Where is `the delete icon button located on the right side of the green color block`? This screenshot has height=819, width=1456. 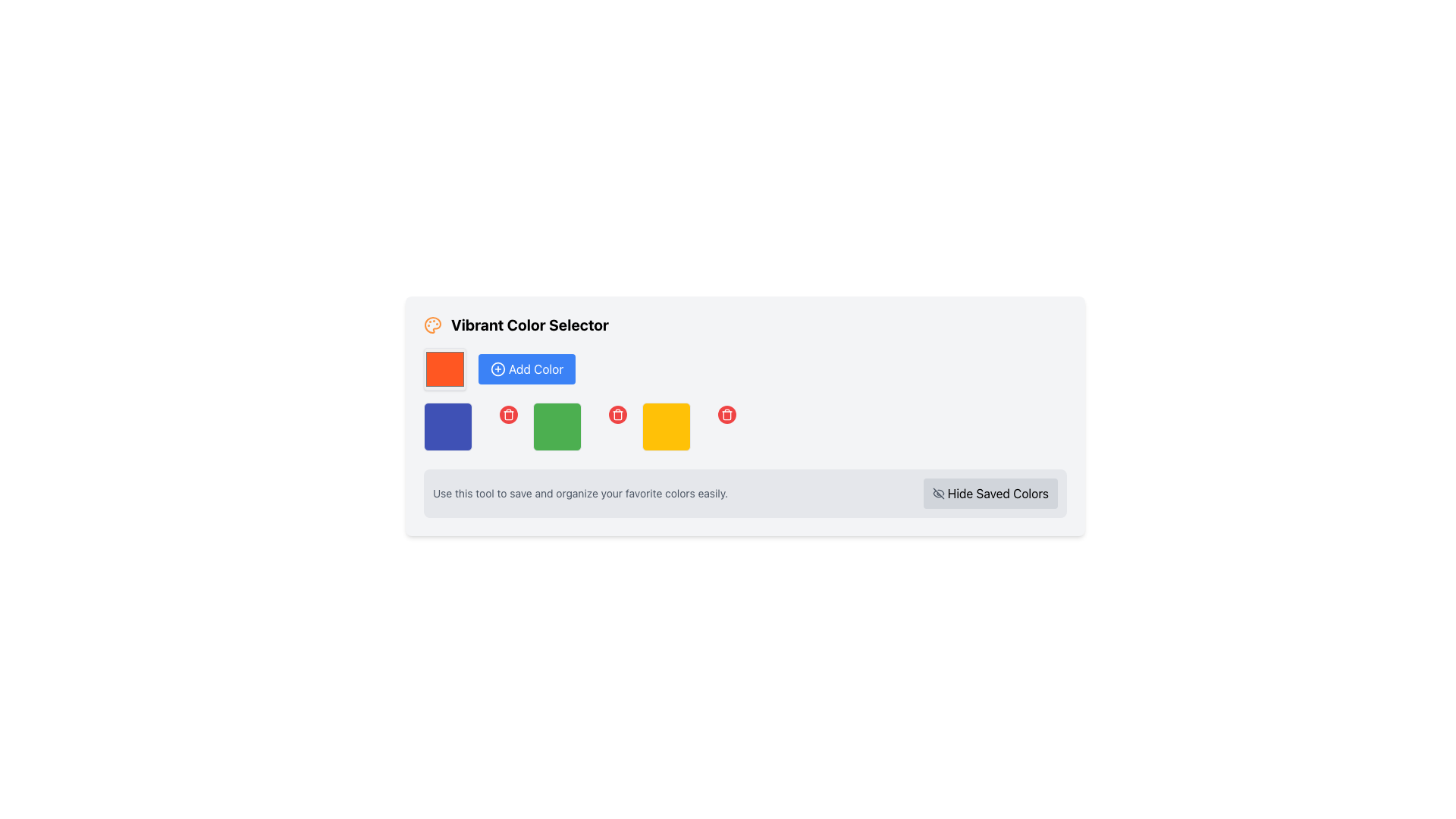
the delete icon button located on the right side of the green color block is located at coordinates (618, 415).